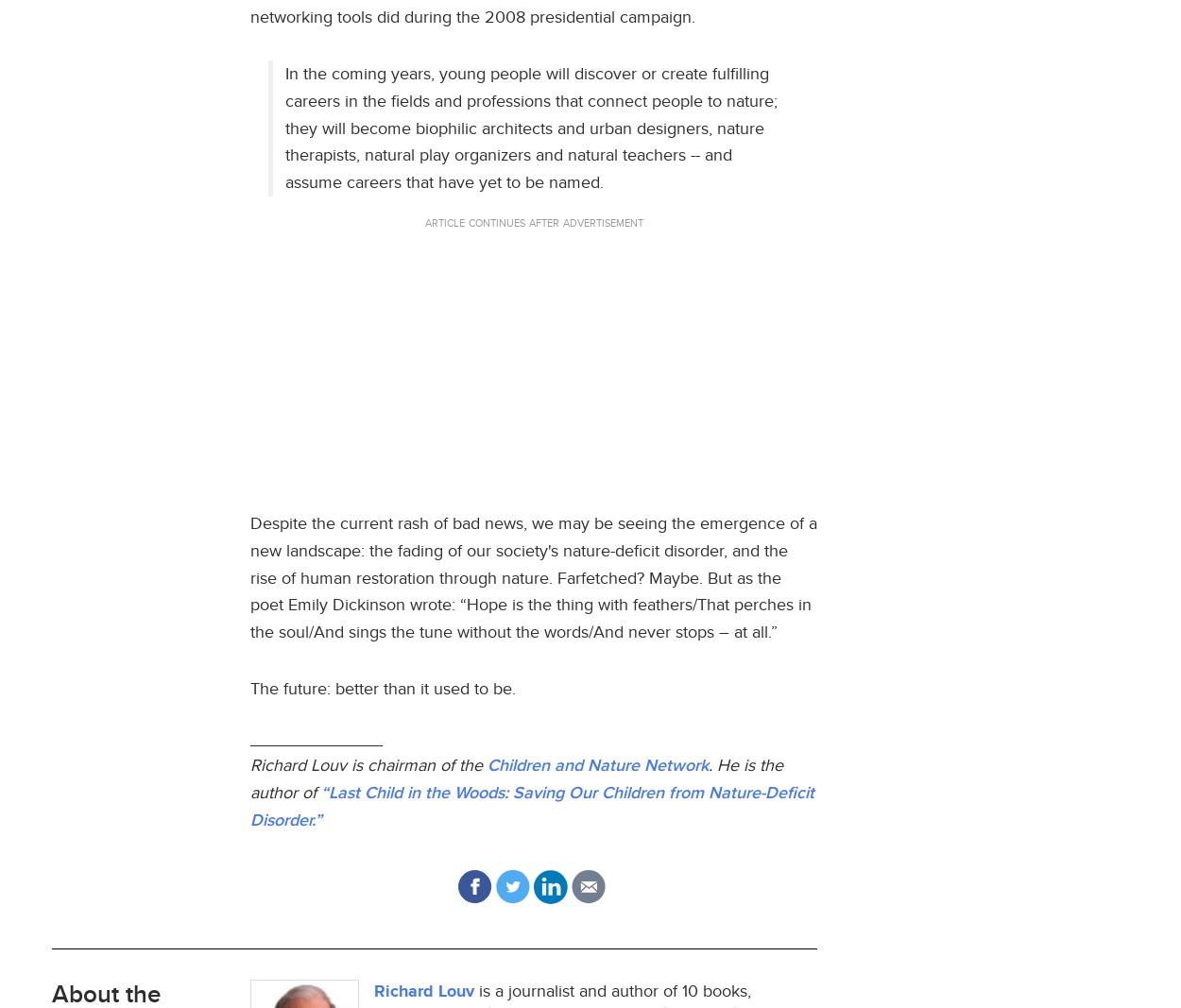  Describe the element at coordinates (316, 736) in the screenshot. I see `'______________'` at that location.